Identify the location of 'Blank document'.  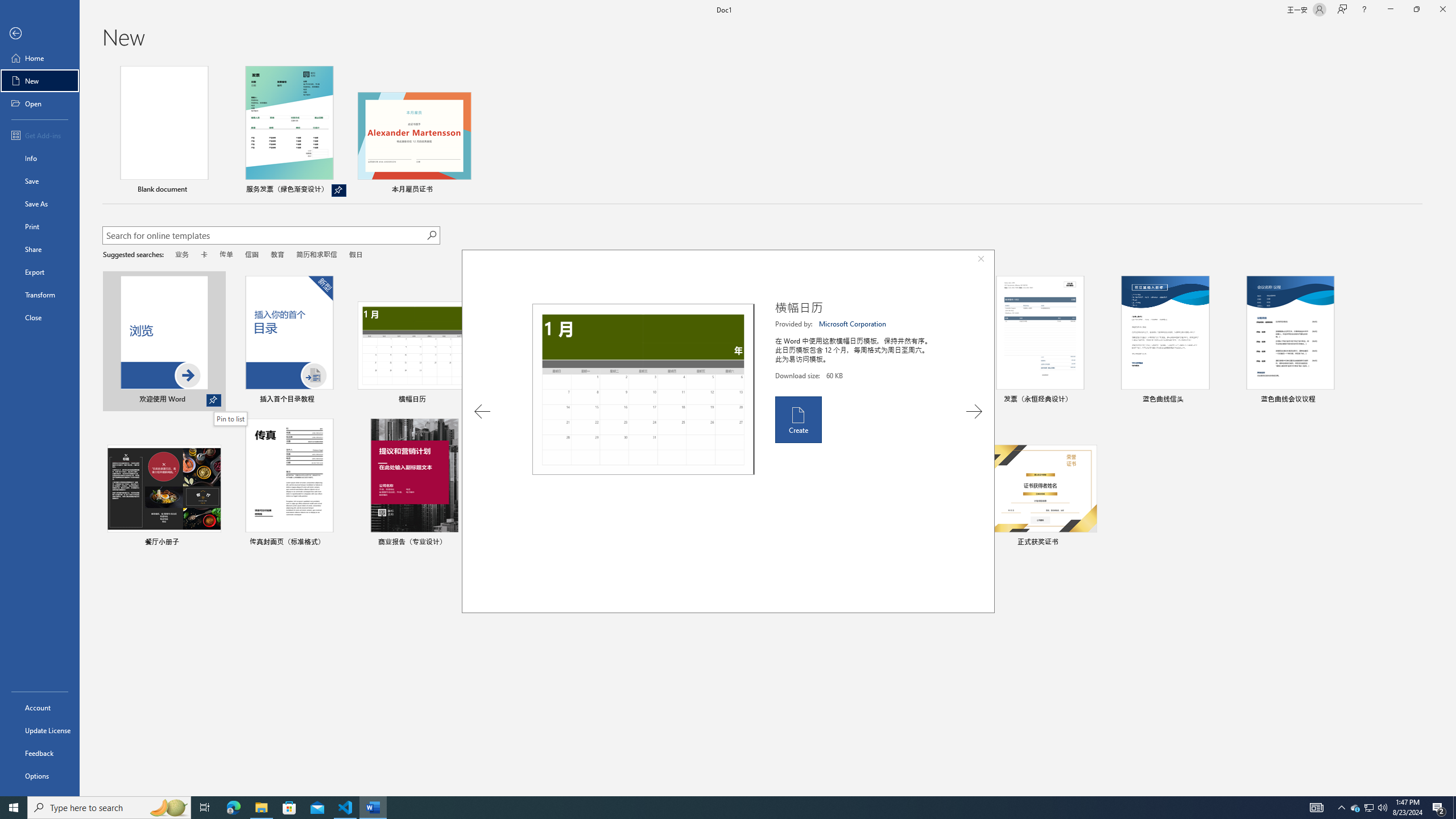
(164, 131).